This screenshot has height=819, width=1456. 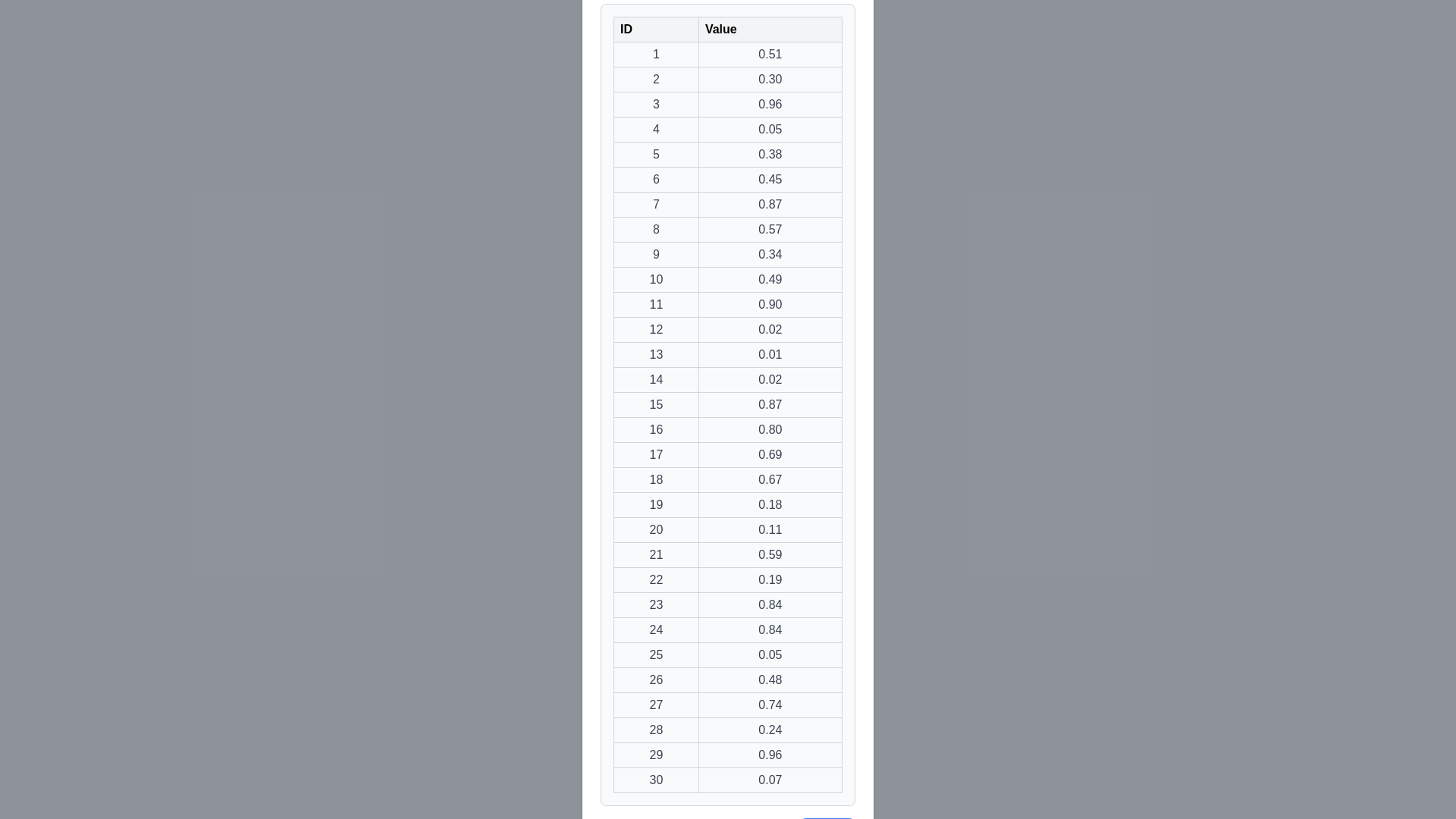 I want to click on the table to select all data, so click(x=728, y=403).